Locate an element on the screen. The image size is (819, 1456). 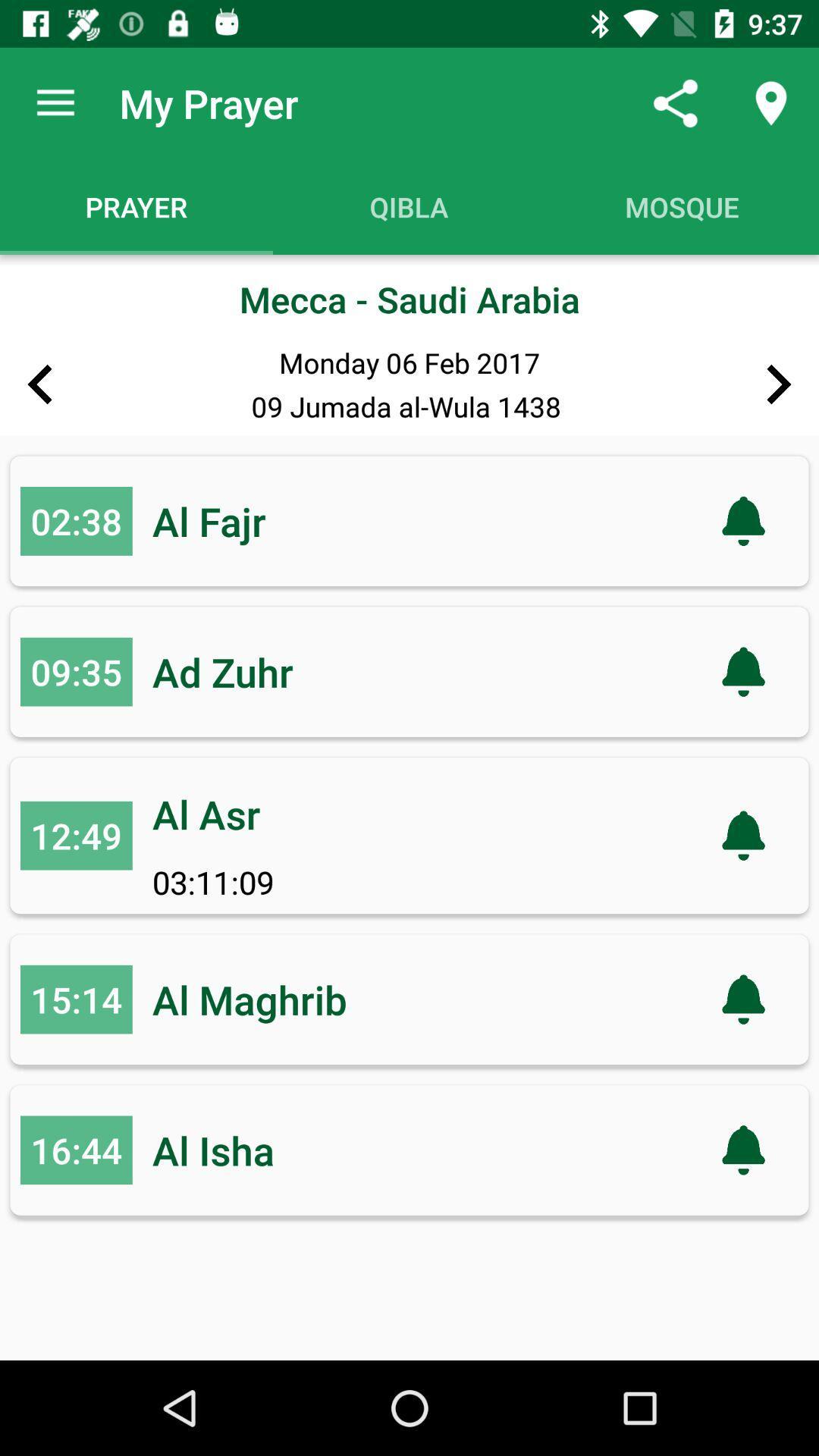
the 09:35 item is located at coordinates (76, 671).